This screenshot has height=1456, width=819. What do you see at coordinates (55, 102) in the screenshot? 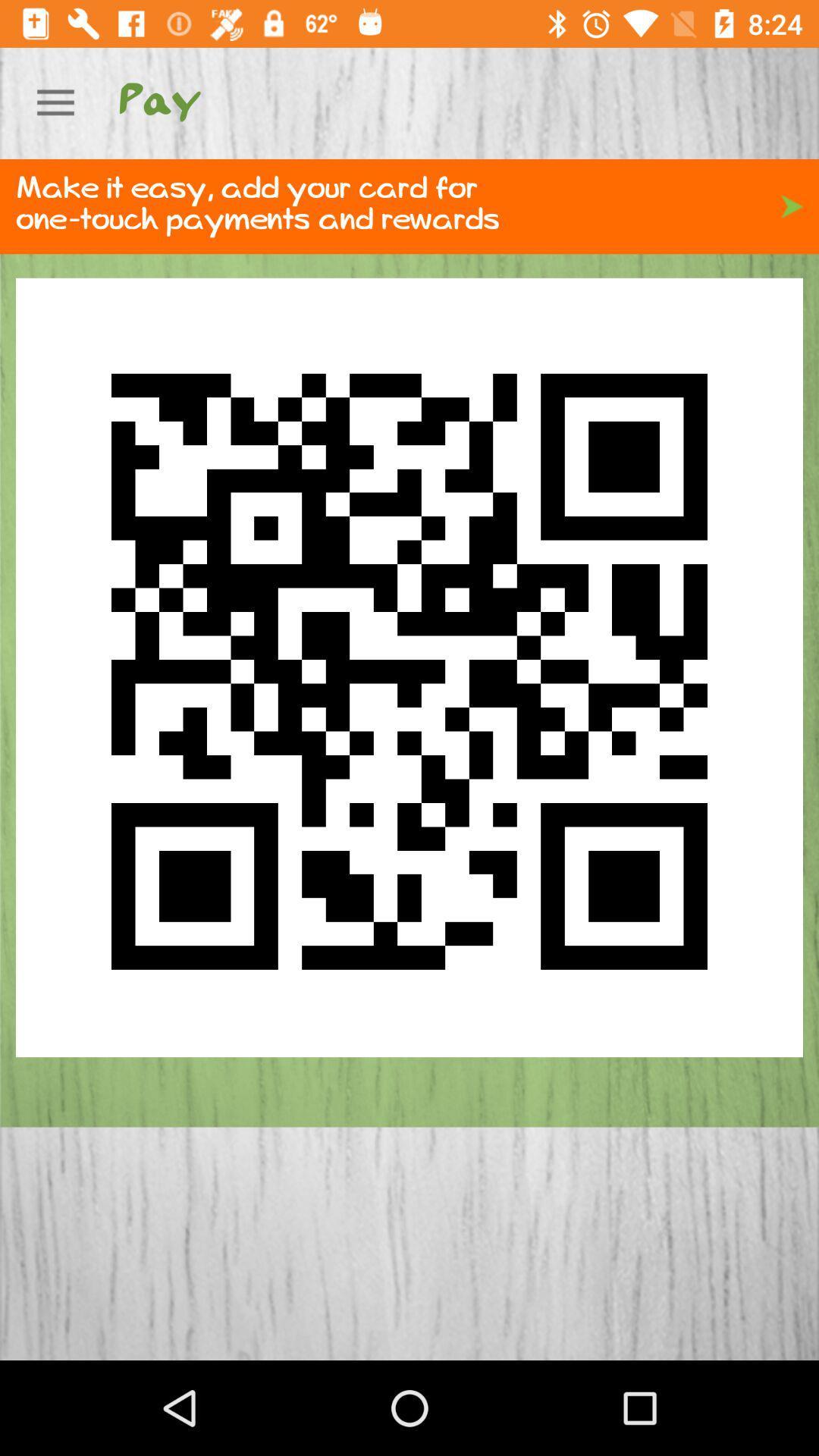
I see `item above the make it easy item` at bounding box center [55, 102].